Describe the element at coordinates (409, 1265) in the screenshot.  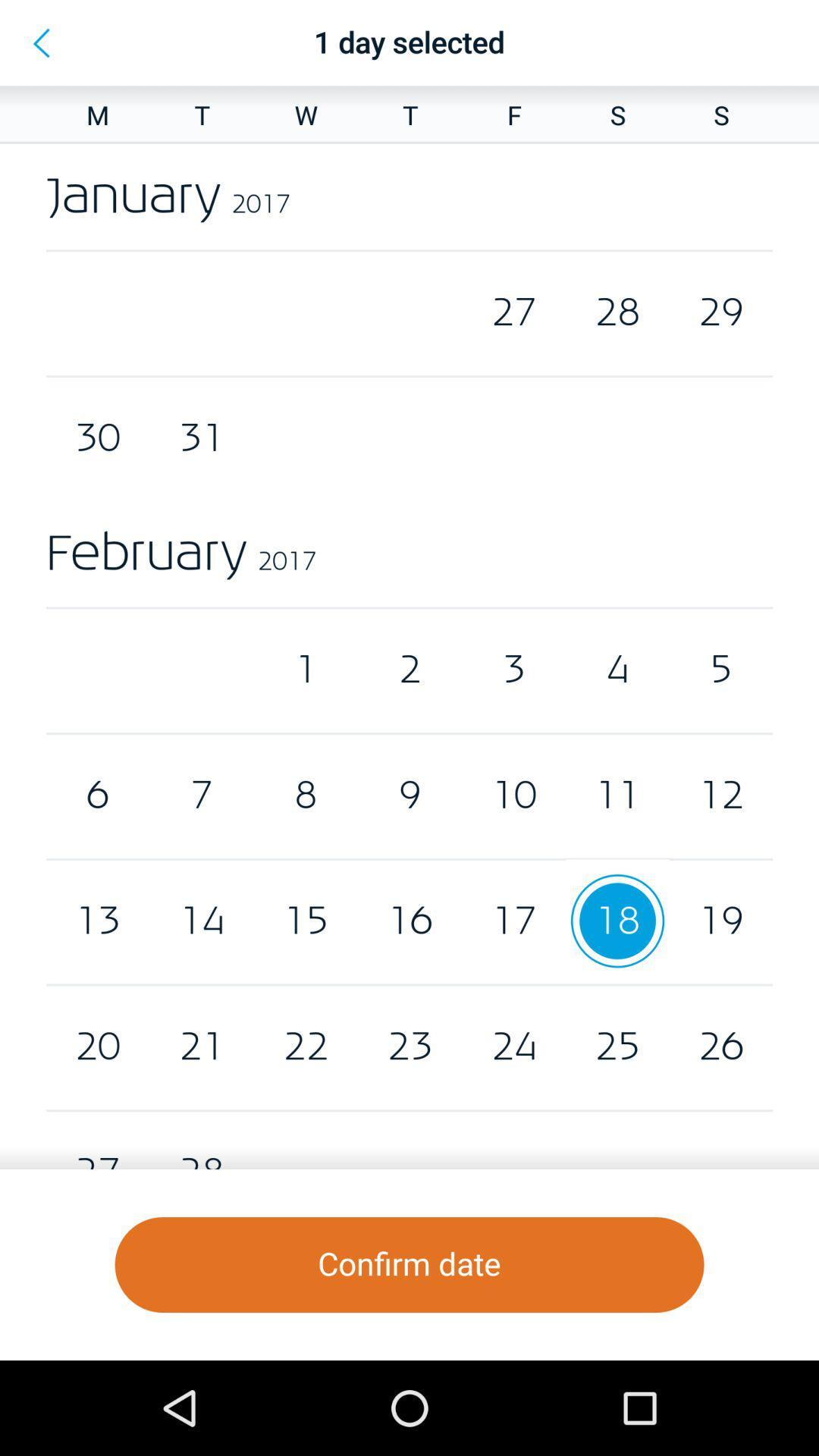
I see `the icon below the 27` at that location.